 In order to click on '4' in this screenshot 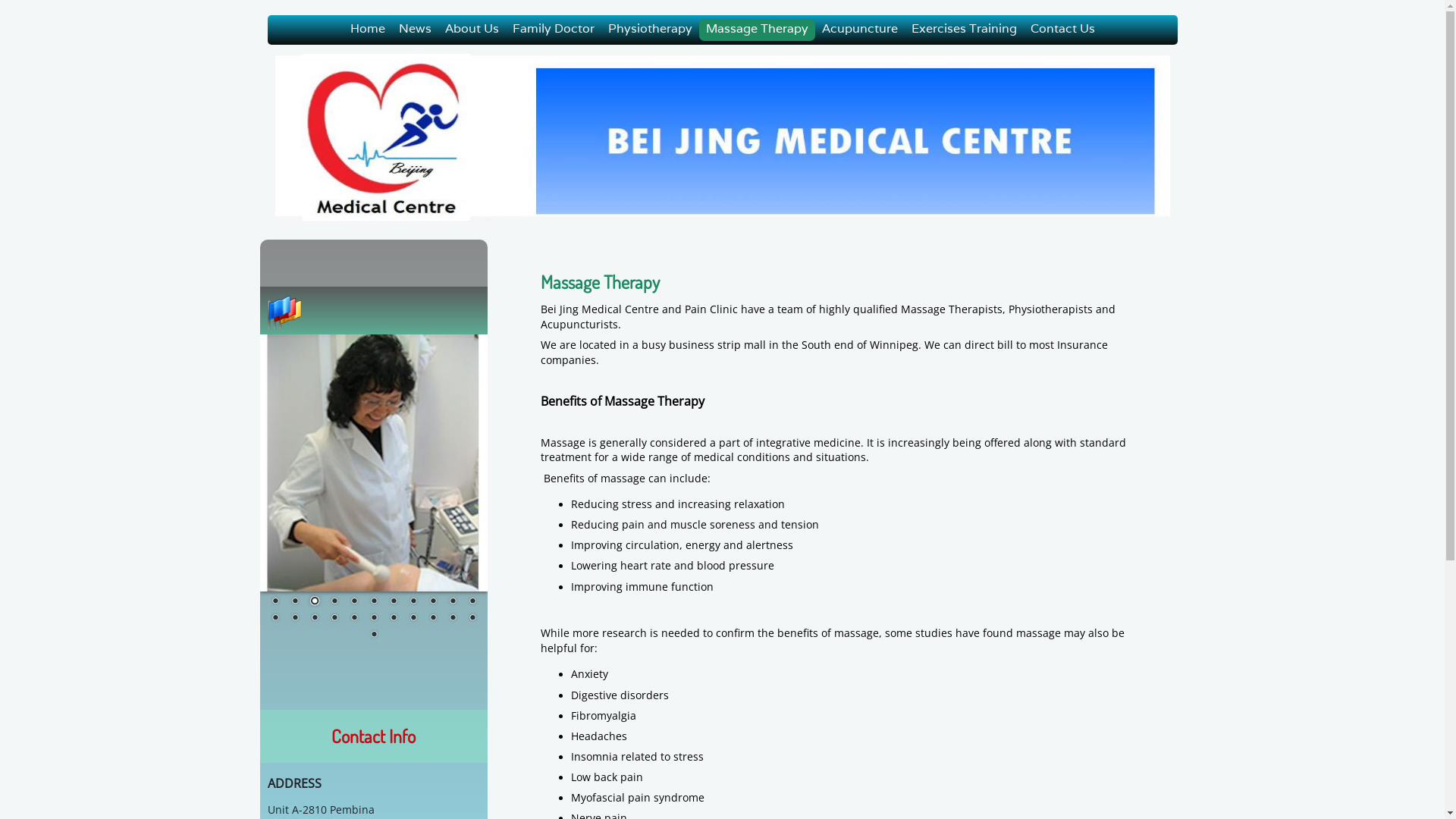, I will do `click(334, 601)`.